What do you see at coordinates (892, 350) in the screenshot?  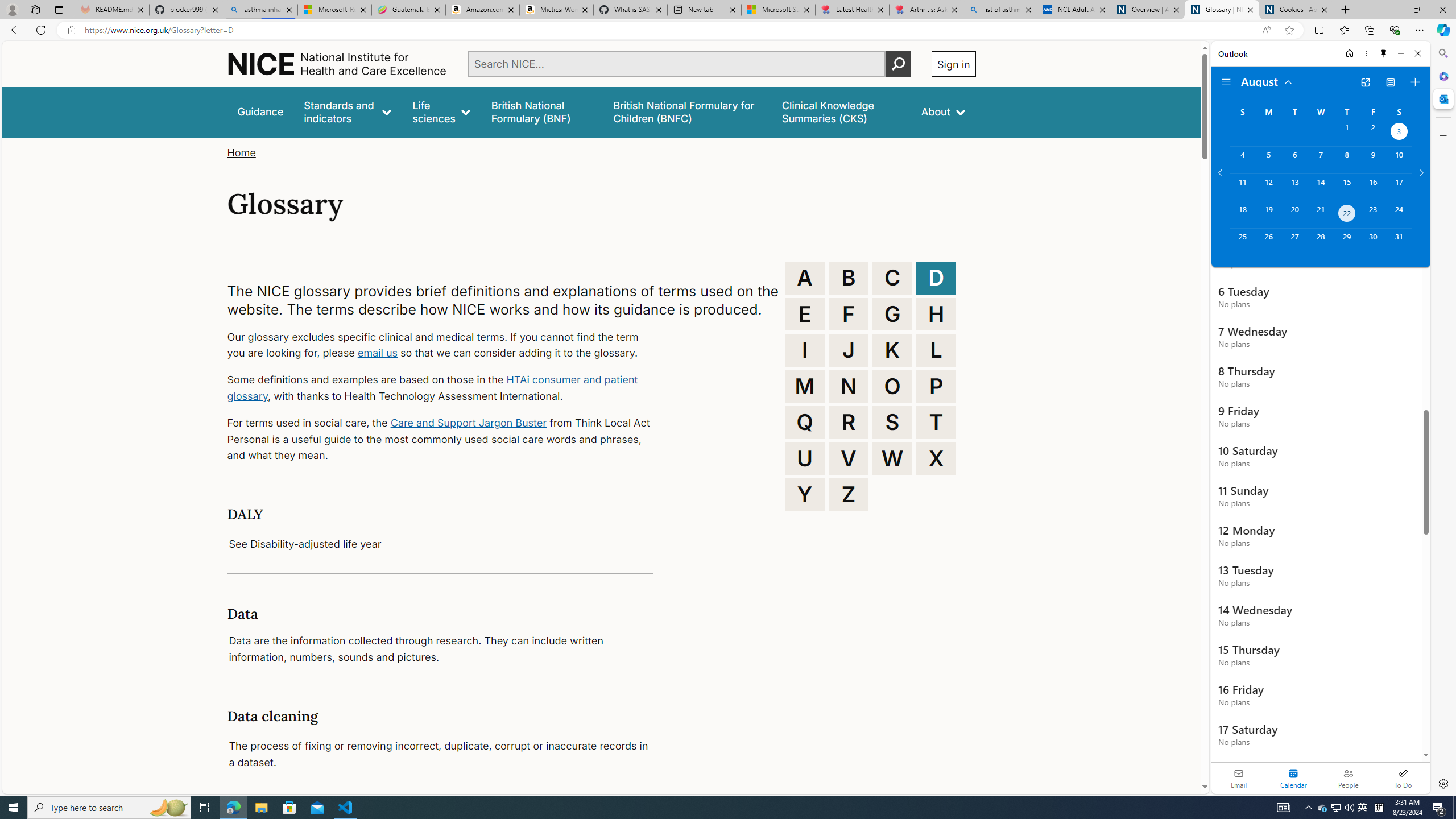 I see `'K'` at bounding box center [892, 350].